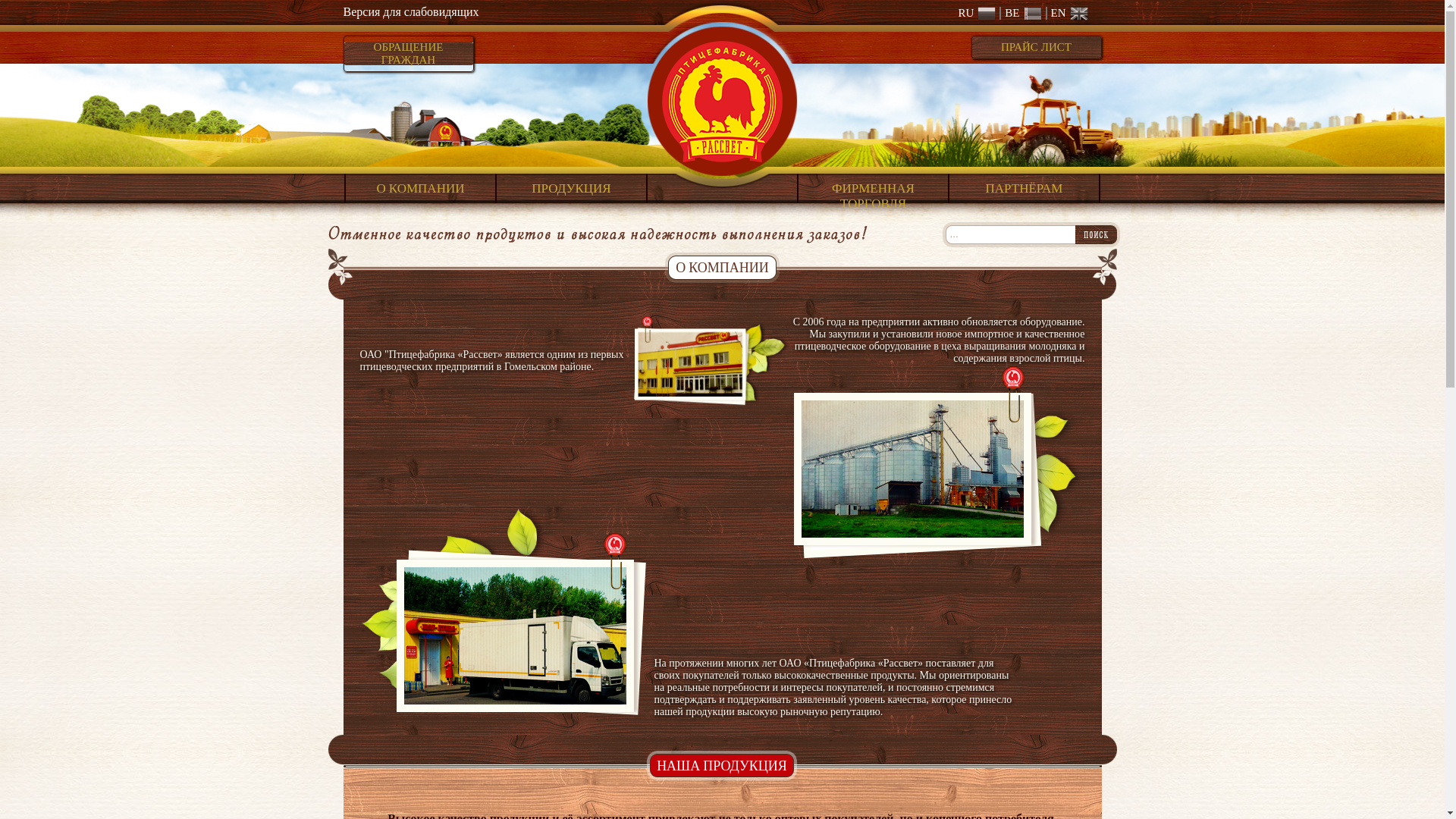  I want to click on 'EN', so click(1065, 13).